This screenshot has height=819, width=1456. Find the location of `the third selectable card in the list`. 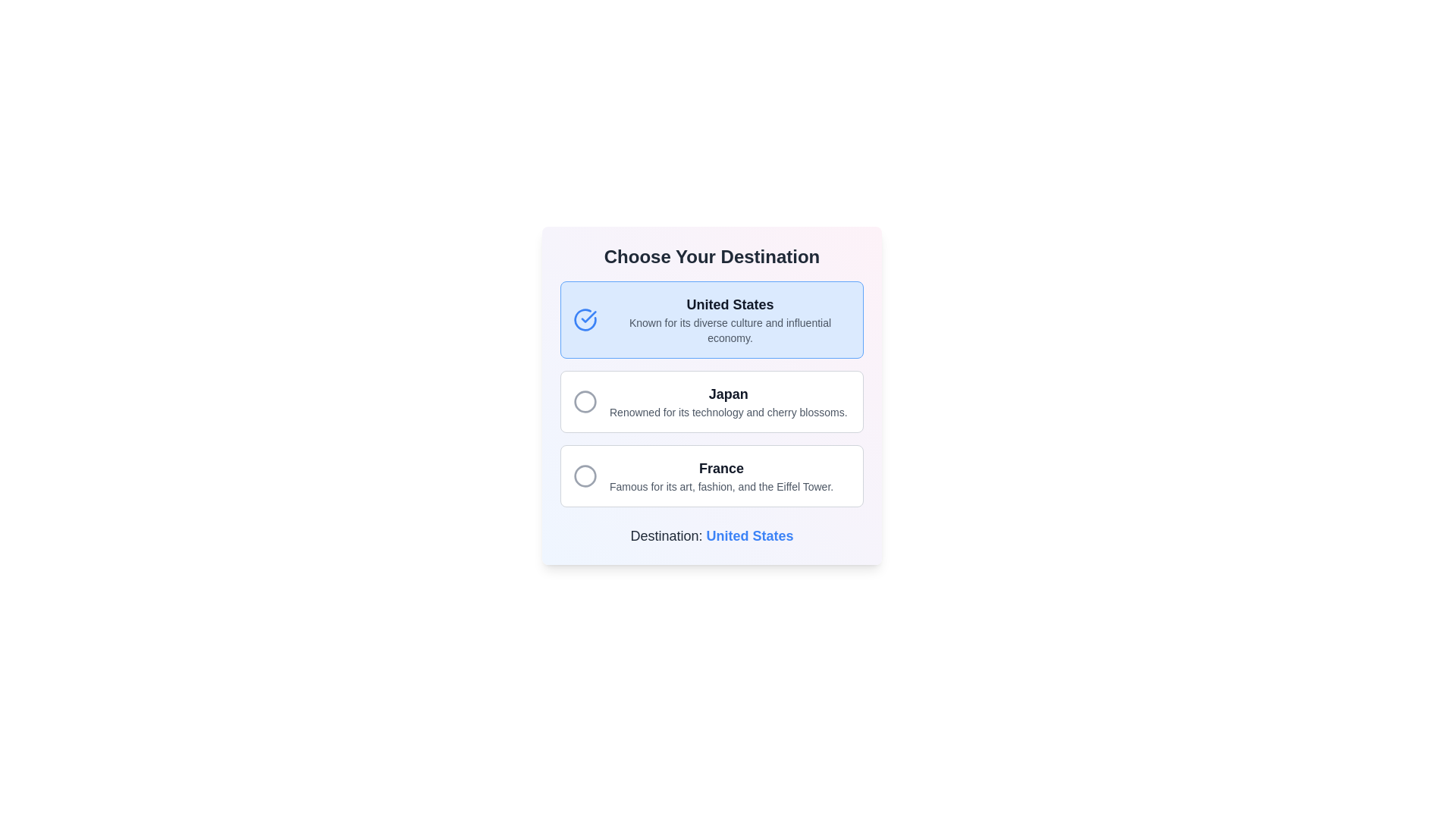

the third selectable card in the list is located at coordinates (711, 475).